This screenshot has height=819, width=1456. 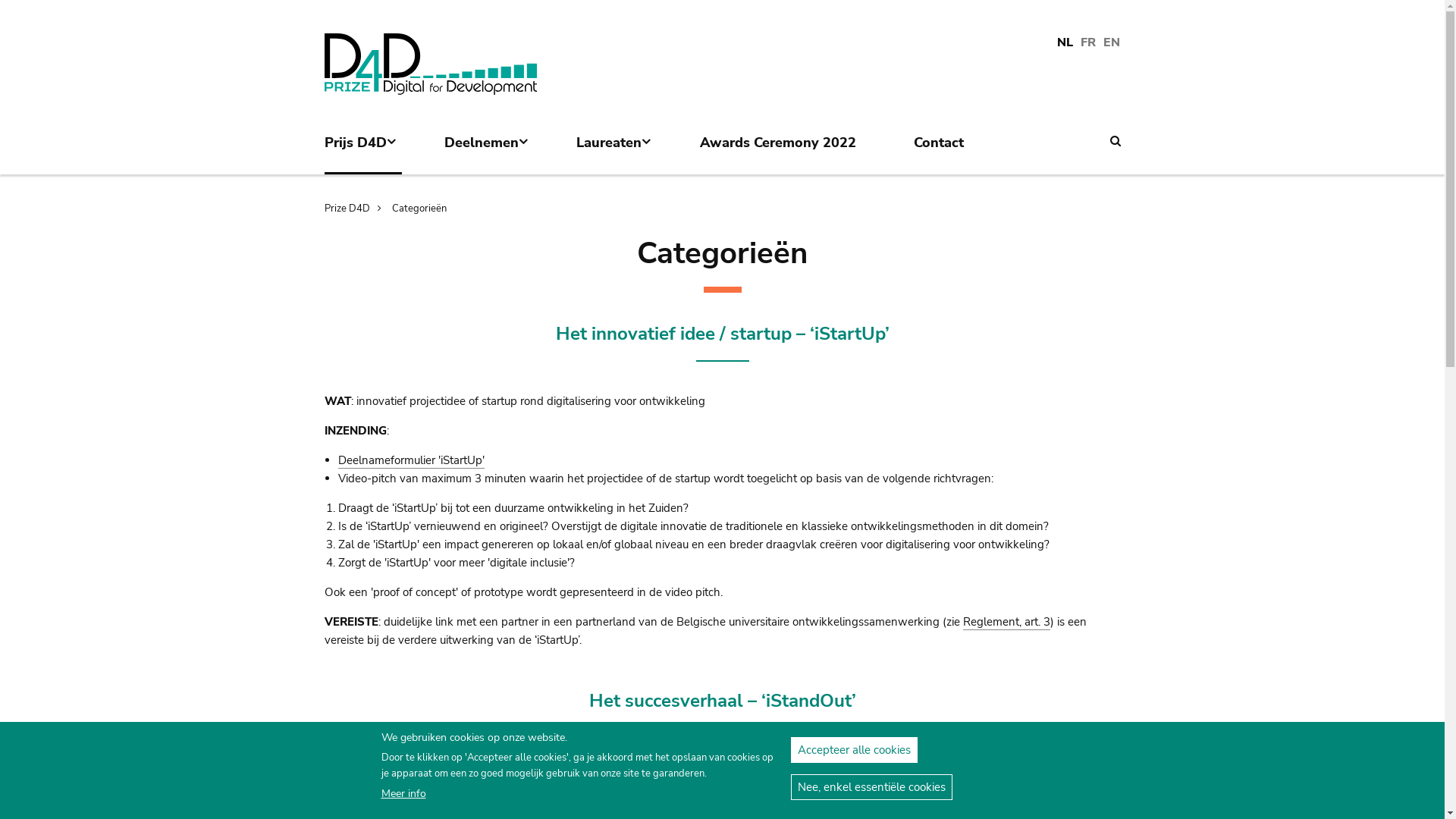 What do you see at coordinates (1087, 42) in the screenshot?
I see `'FR'` at bounding box center [1087, 42].